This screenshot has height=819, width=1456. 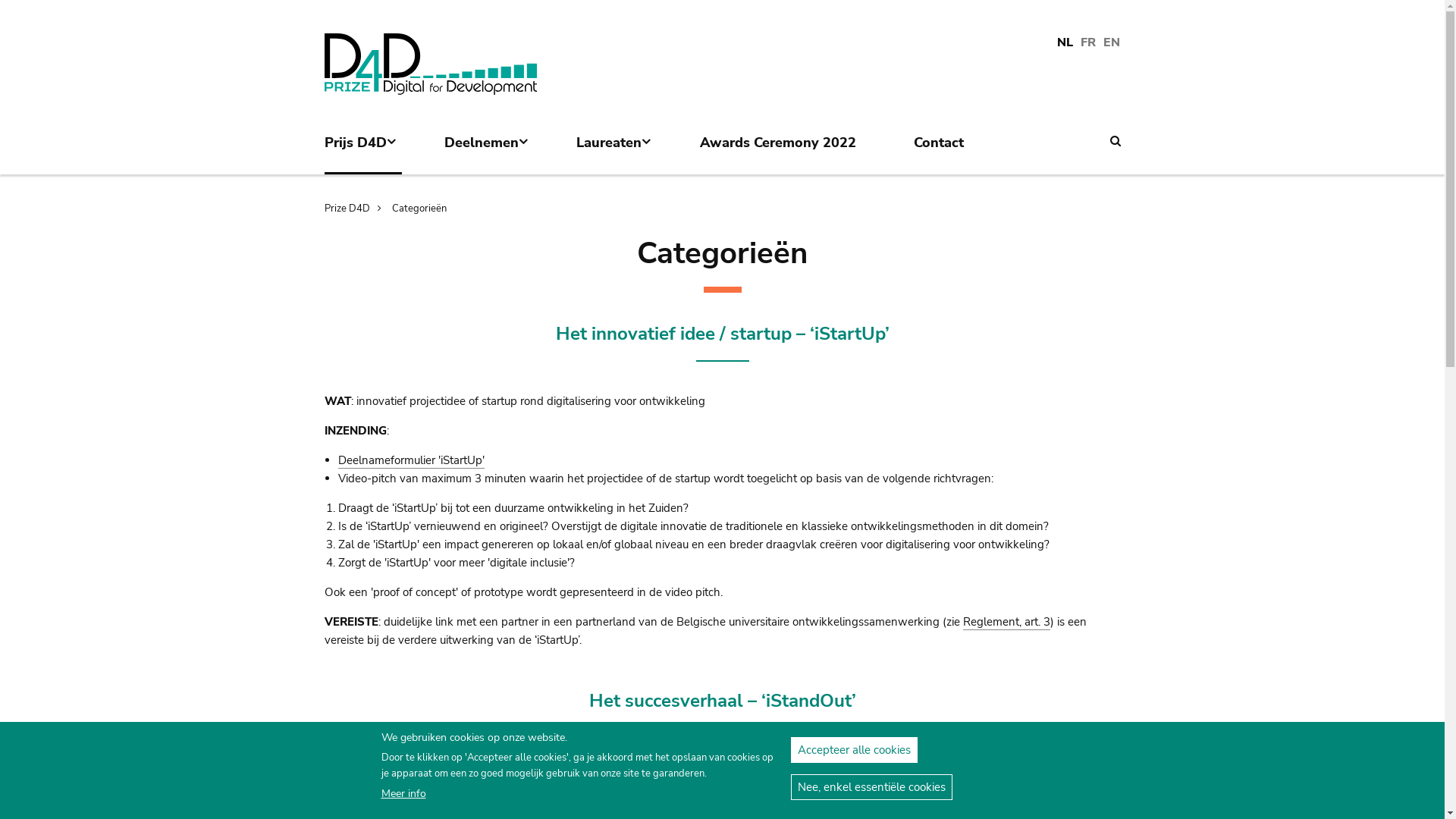 What do you see at coordinates (1087, 42) in the screenshot?
I see `'FR'` at bounding box center [1087, 42].